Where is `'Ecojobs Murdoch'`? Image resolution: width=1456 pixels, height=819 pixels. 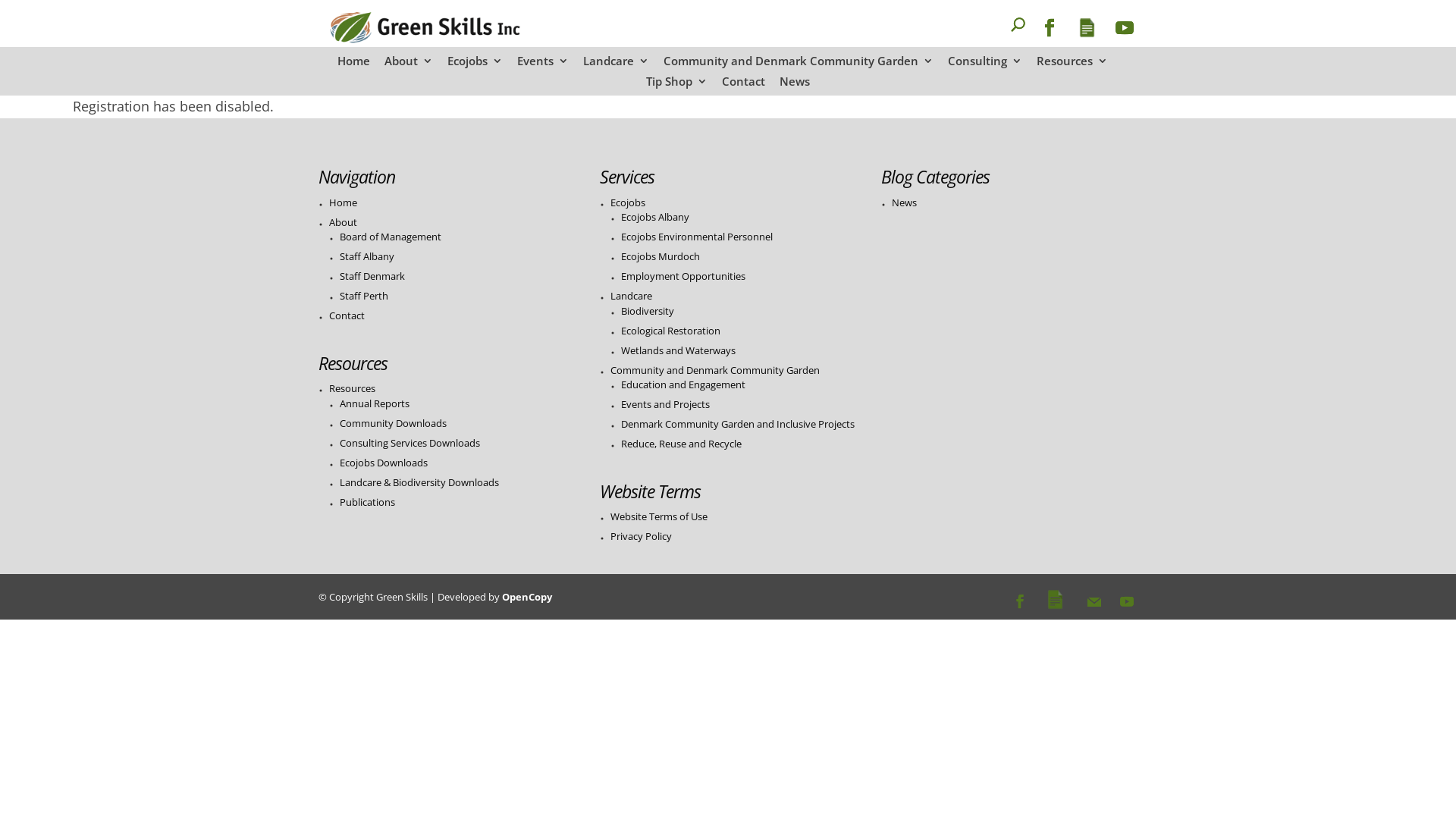 'Ecojobs Murdoch' is located at coordinates (660, 256).